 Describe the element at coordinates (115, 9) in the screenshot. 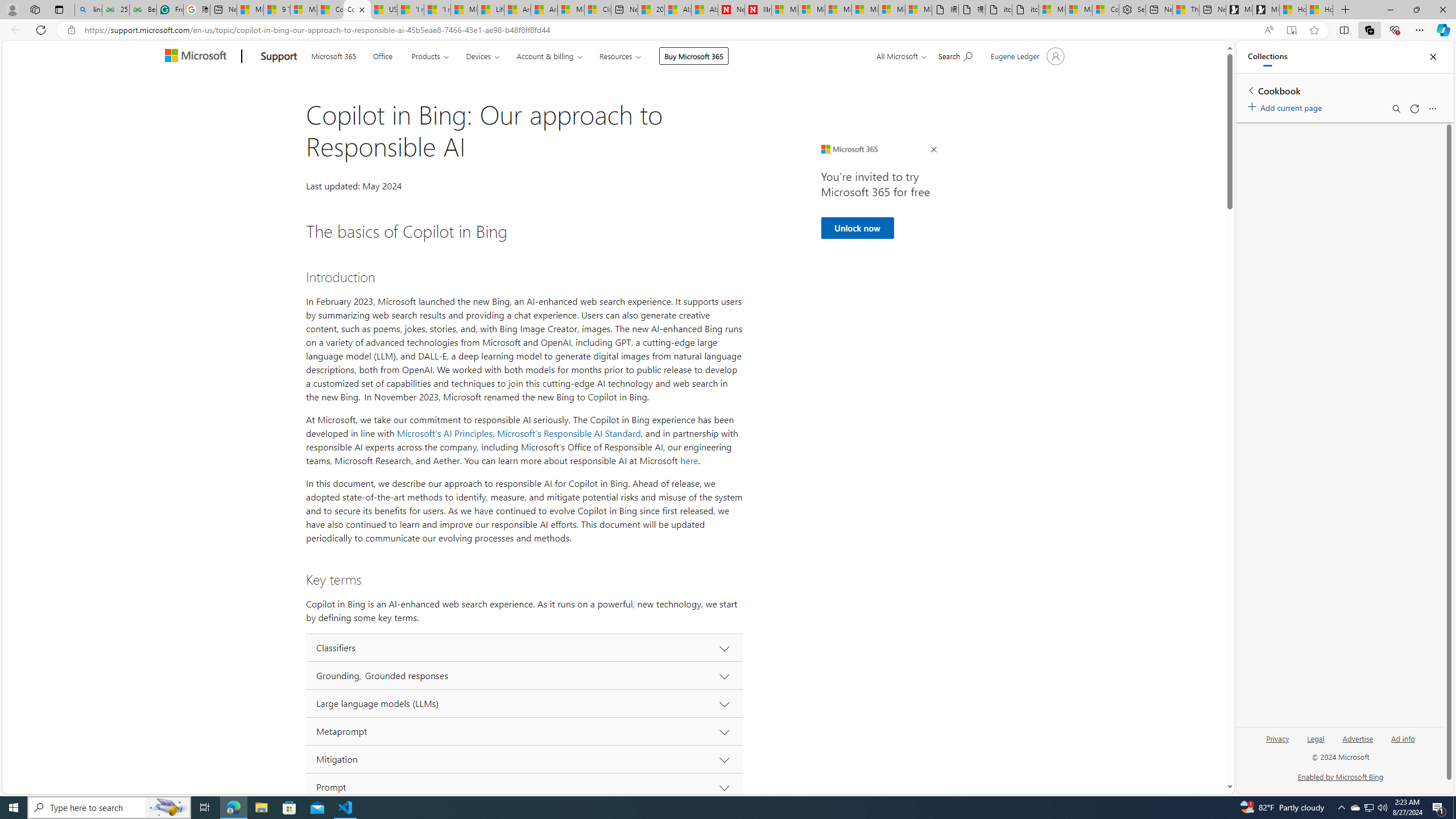

I see `'25 Basic Linux Commands For Beginners - GeeksforGeeks'` at that location.